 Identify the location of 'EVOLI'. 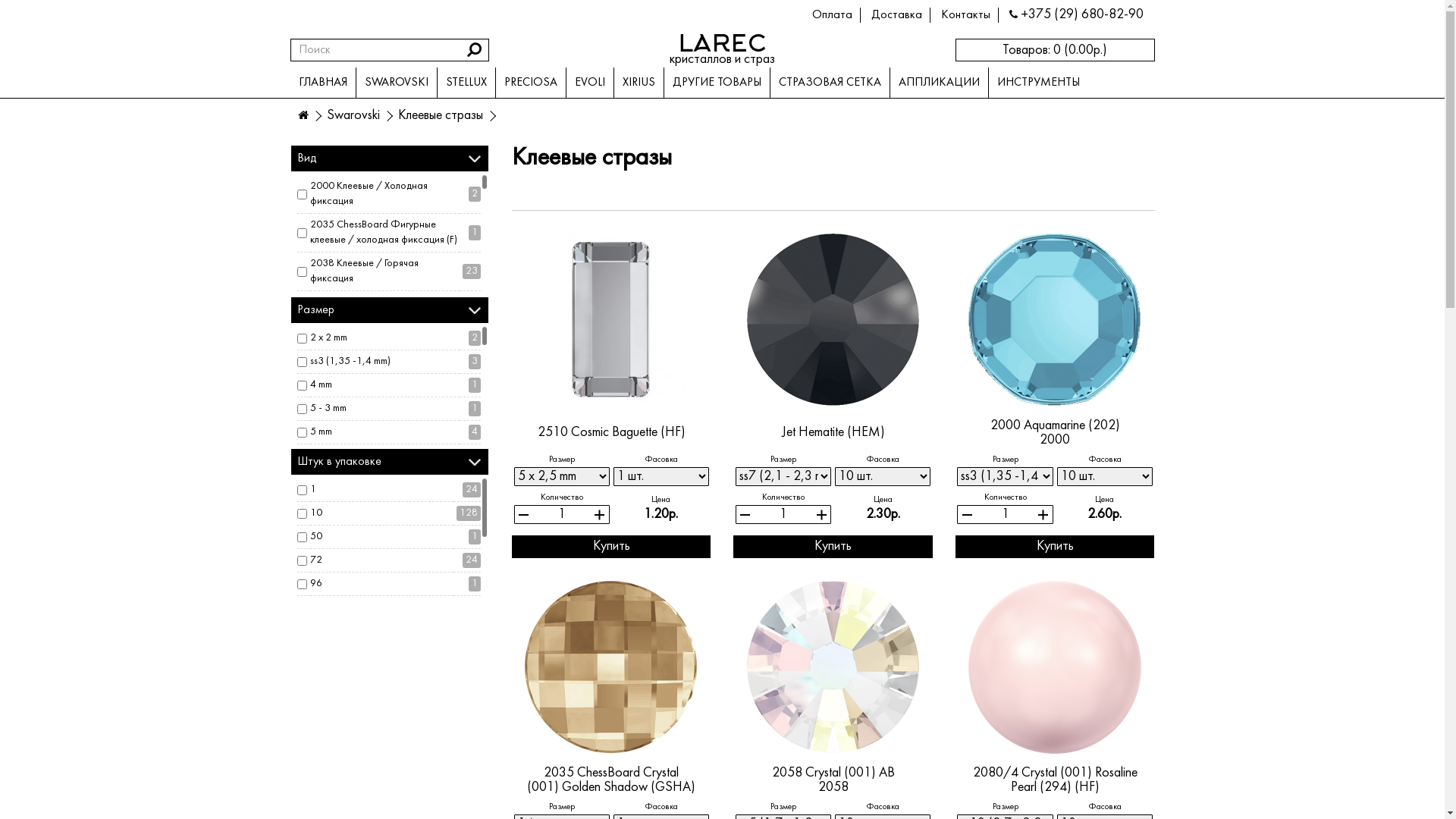
(588, 82).